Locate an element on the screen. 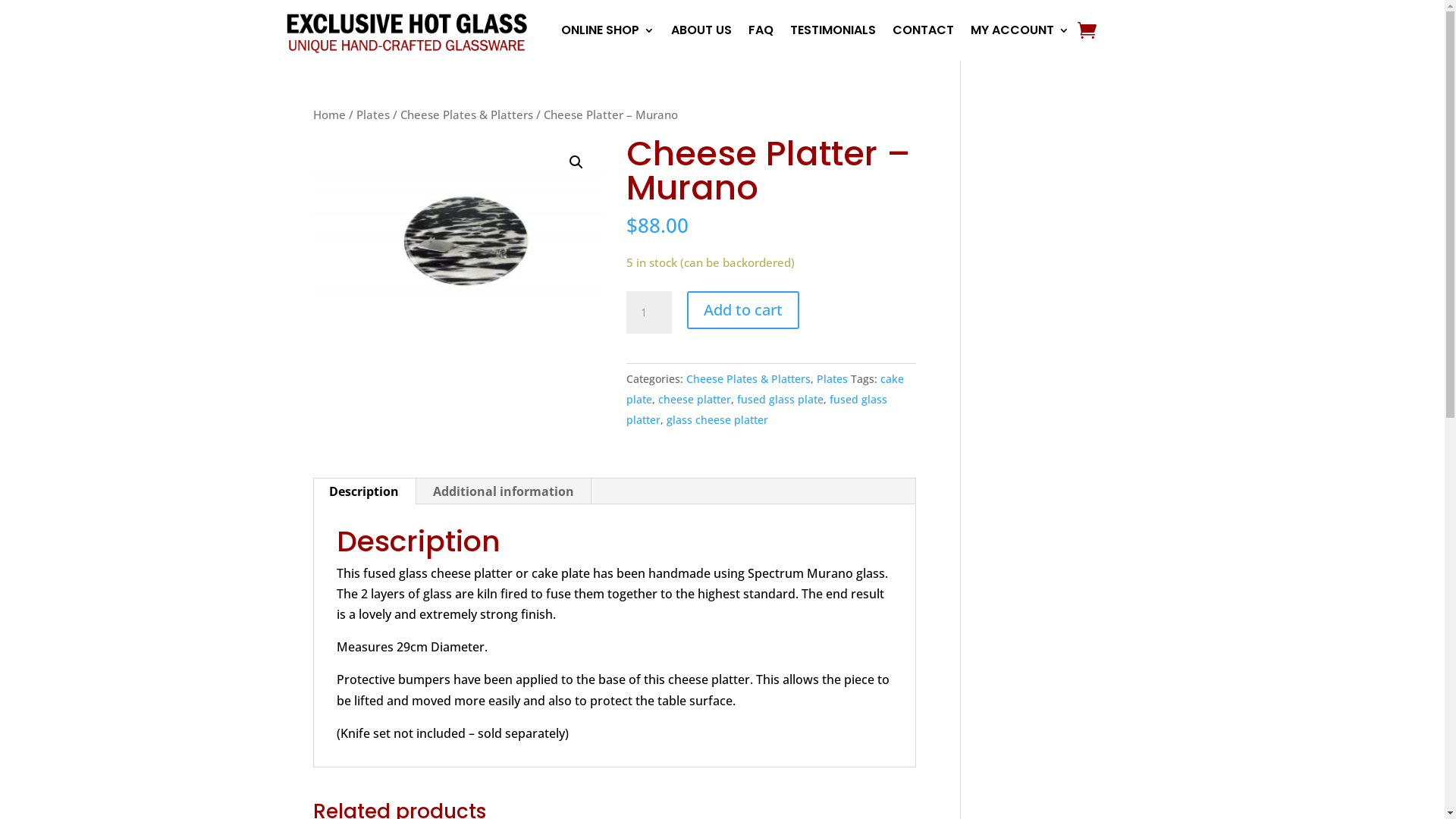 This screenshot has width=1456, height=819. 'Add to cart' is located at coordinates (686, 309).